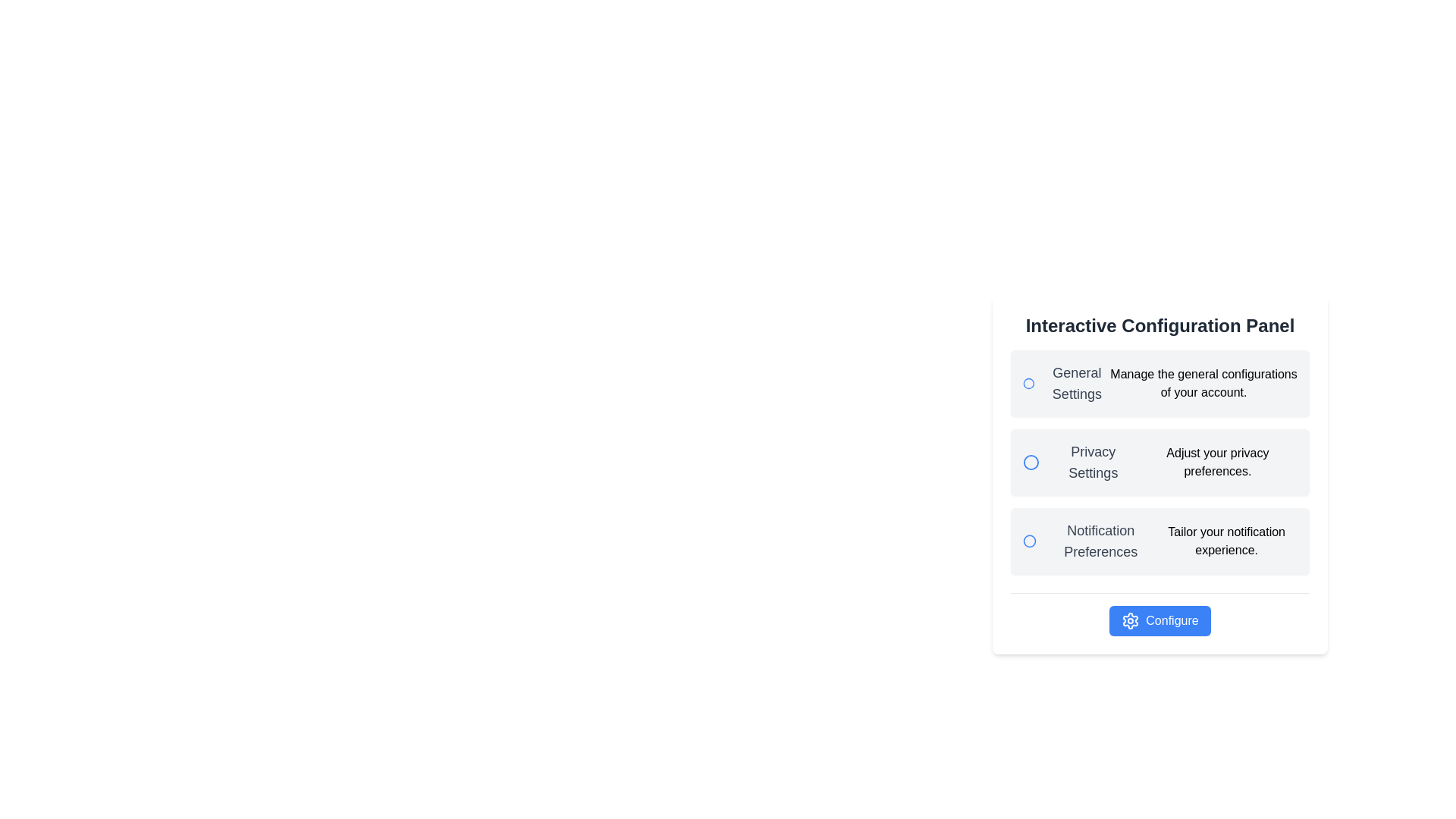 The image size is (1456, 819). I want to click on text of the 'Privacy Settings' label, which is displayed in bold gray font within the 'Interactive Configuration Panel', so click(1093, 461).